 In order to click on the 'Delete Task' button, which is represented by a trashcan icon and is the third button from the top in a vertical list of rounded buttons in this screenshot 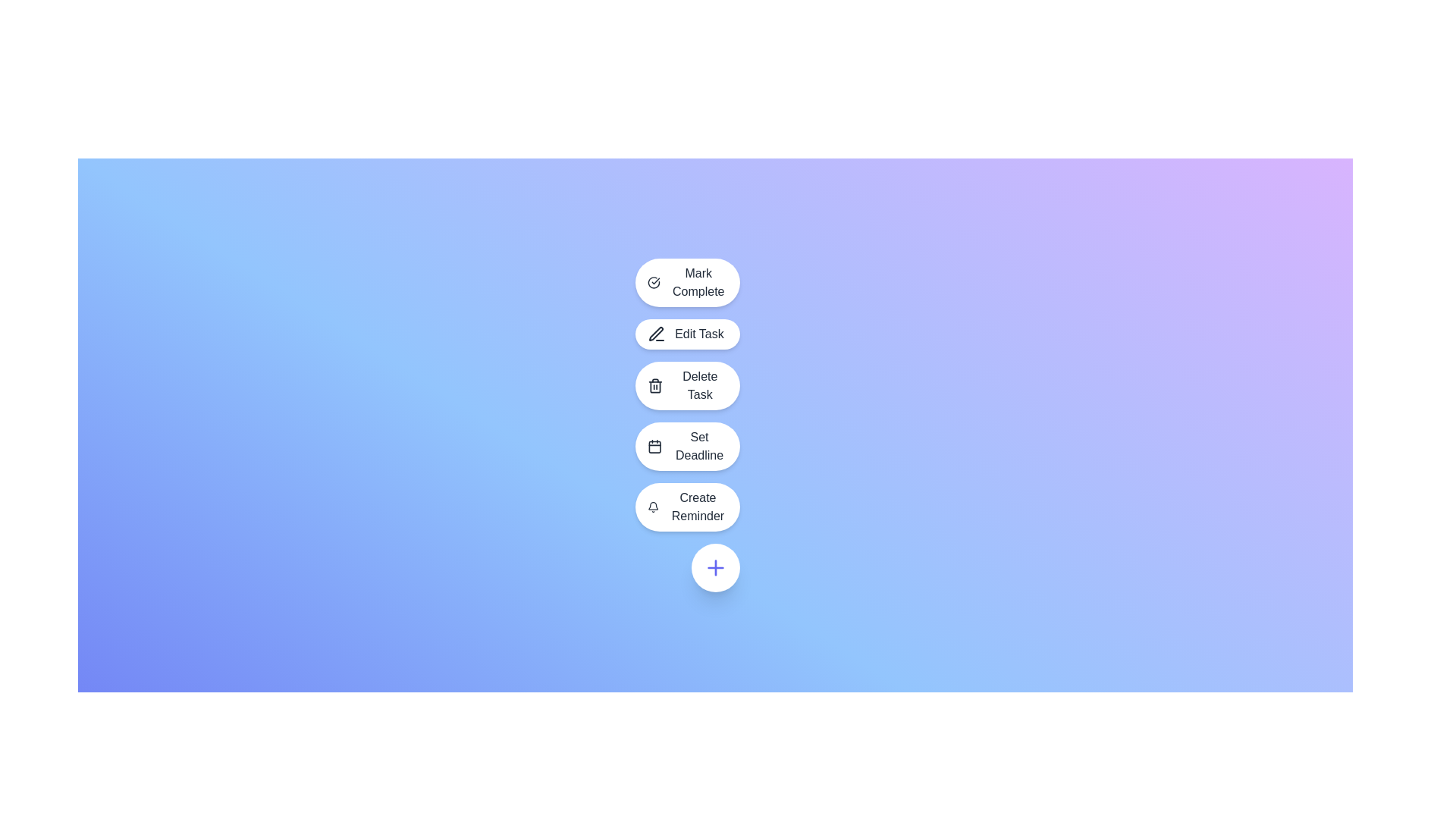, I will do `click(655, 385)`.